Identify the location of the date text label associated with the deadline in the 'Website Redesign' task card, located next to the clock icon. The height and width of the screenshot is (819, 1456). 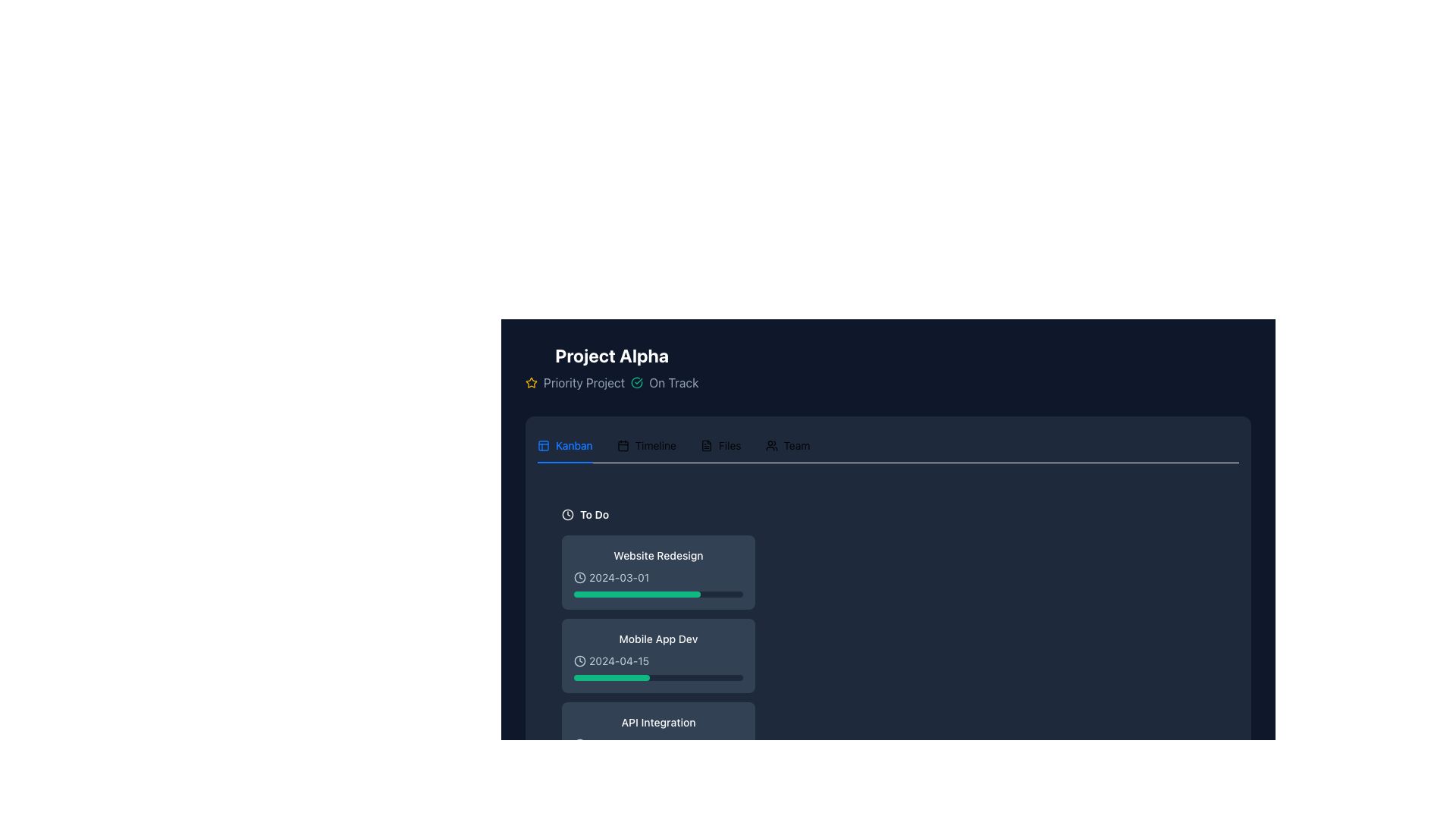
(619, 578).